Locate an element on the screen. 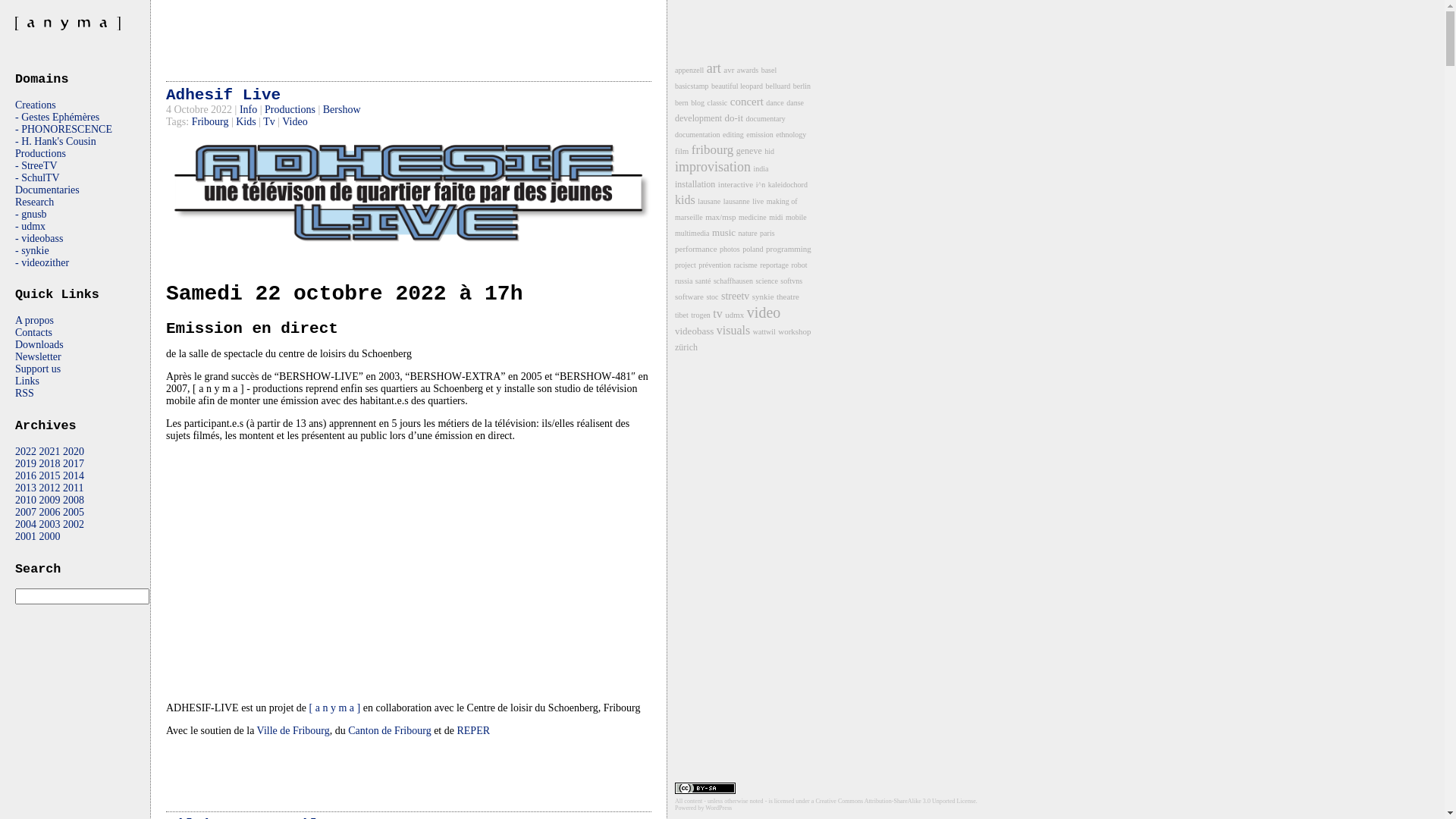 The height and width of the screenshot is (819, 1456). '- PHONORESCENCE' is located at coordinates (14, 128).